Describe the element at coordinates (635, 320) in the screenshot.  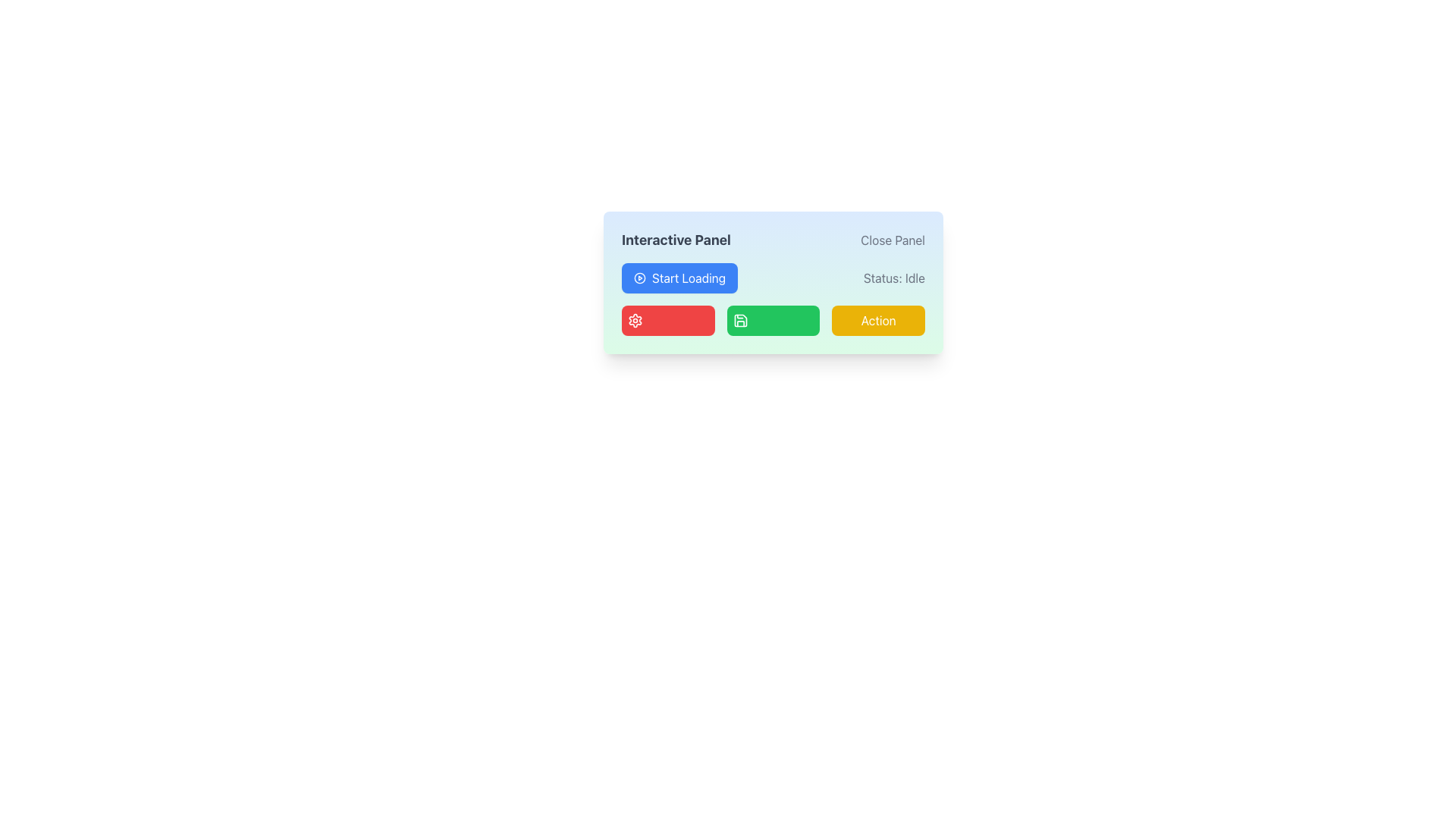
I see `the red gear-shaped icon located in the first row of interactive controls, which is the leftmost button in a horizontal group of three buttons` at that location.